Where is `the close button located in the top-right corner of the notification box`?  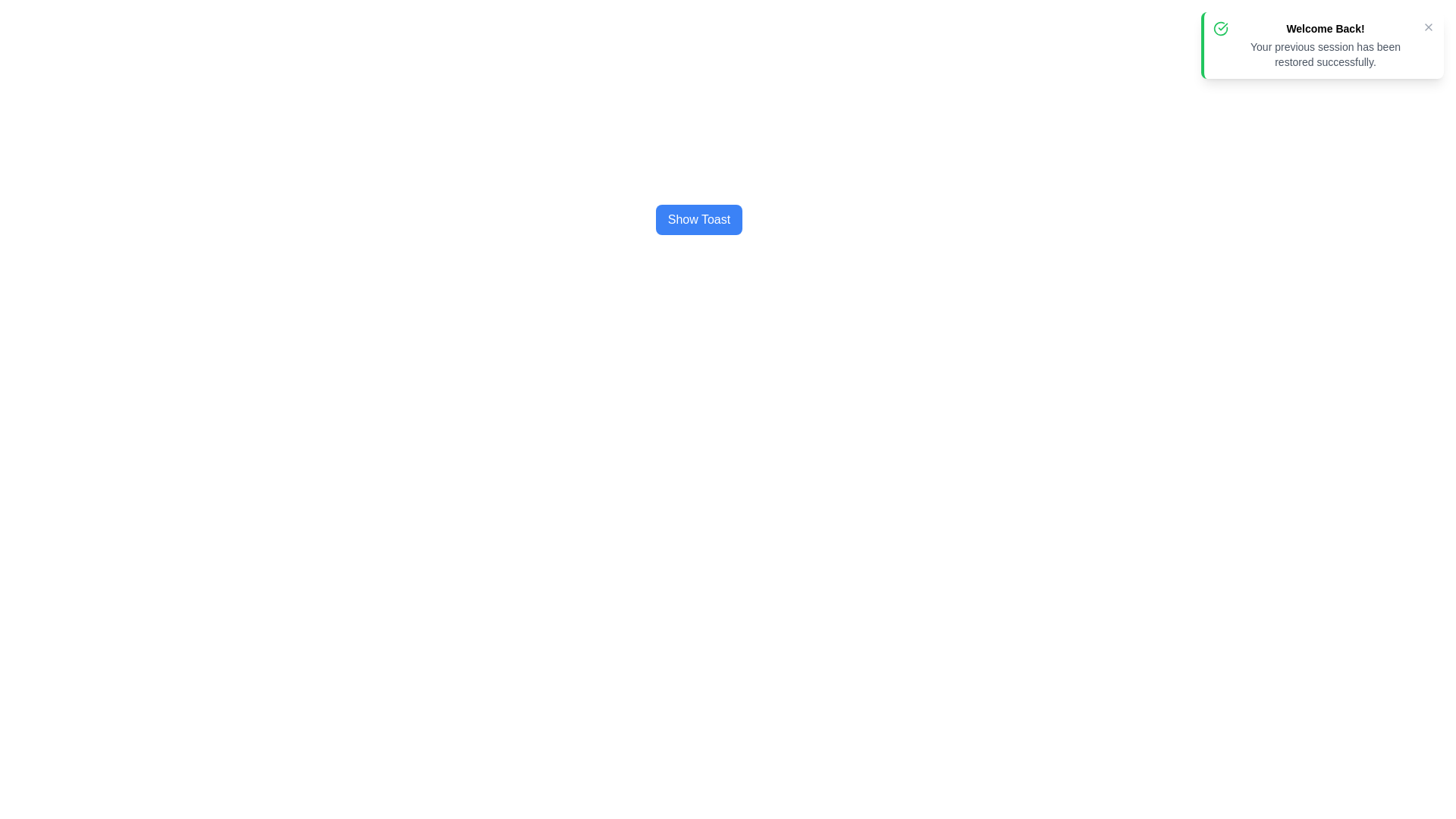
the close button located in the top-right corner of the notification box is located at coordinates (1427, 27).